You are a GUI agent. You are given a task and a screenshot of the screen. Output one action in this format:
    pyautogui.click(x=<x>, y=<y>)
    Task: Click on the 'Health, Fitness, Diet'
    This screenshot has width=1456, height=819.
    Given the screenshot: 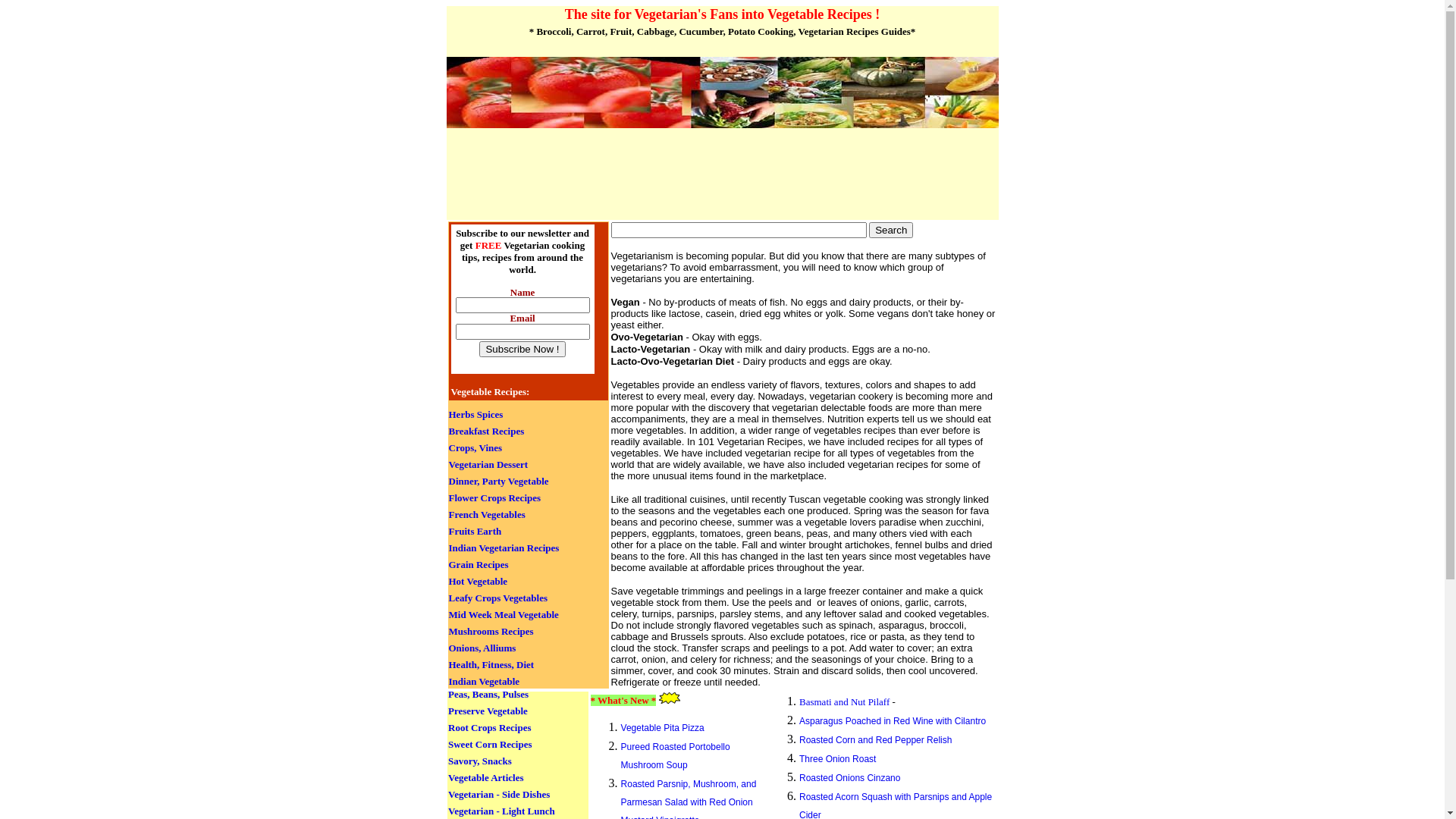 What is the action you would take?
    pyautogui.click(x=447, y=663)
    